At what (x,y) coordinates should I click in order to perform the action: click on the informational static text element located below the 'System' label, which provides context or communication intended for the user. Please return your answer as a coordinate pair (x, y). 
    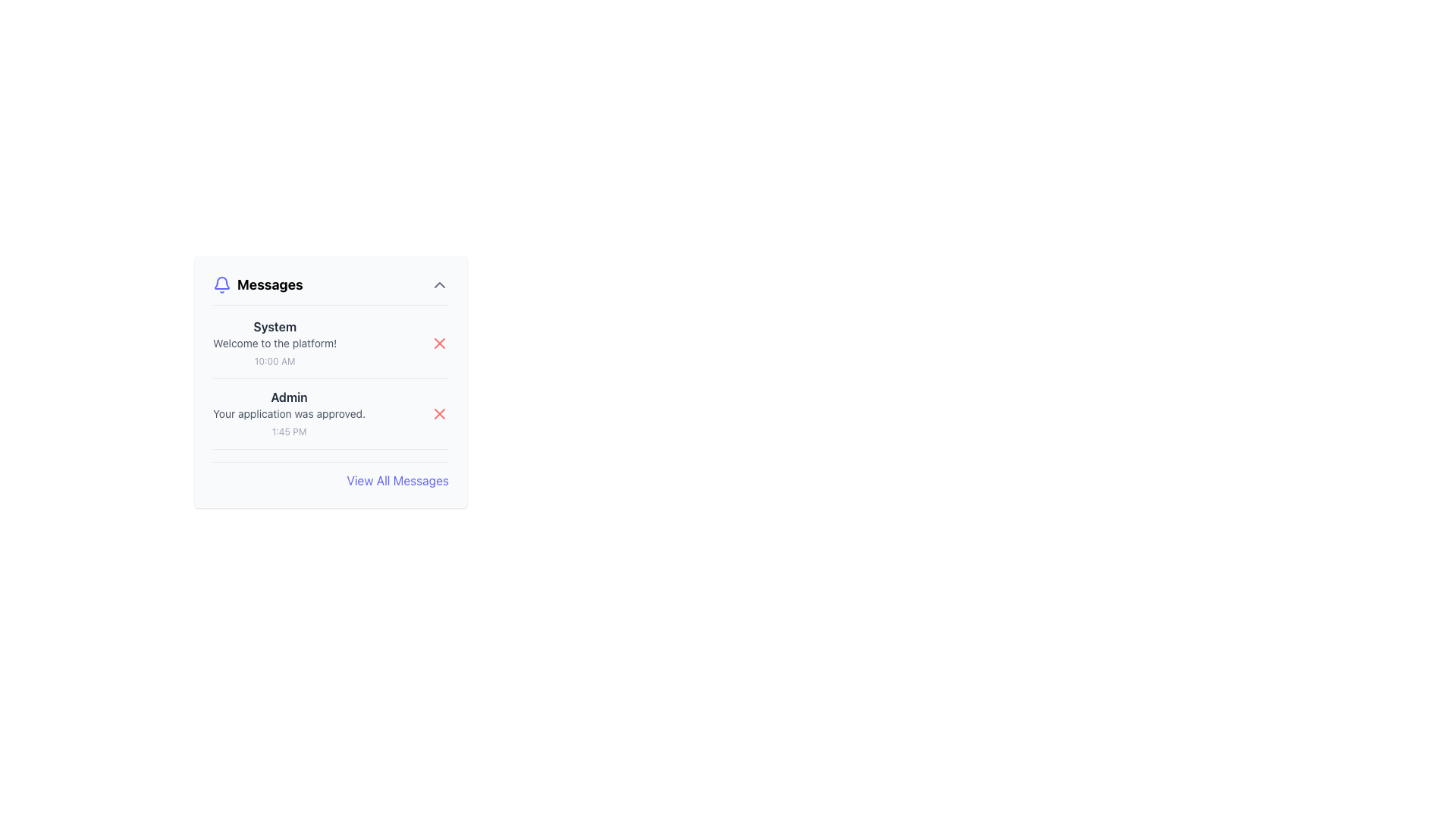
    Looking at the image, I should click on (275, 343).